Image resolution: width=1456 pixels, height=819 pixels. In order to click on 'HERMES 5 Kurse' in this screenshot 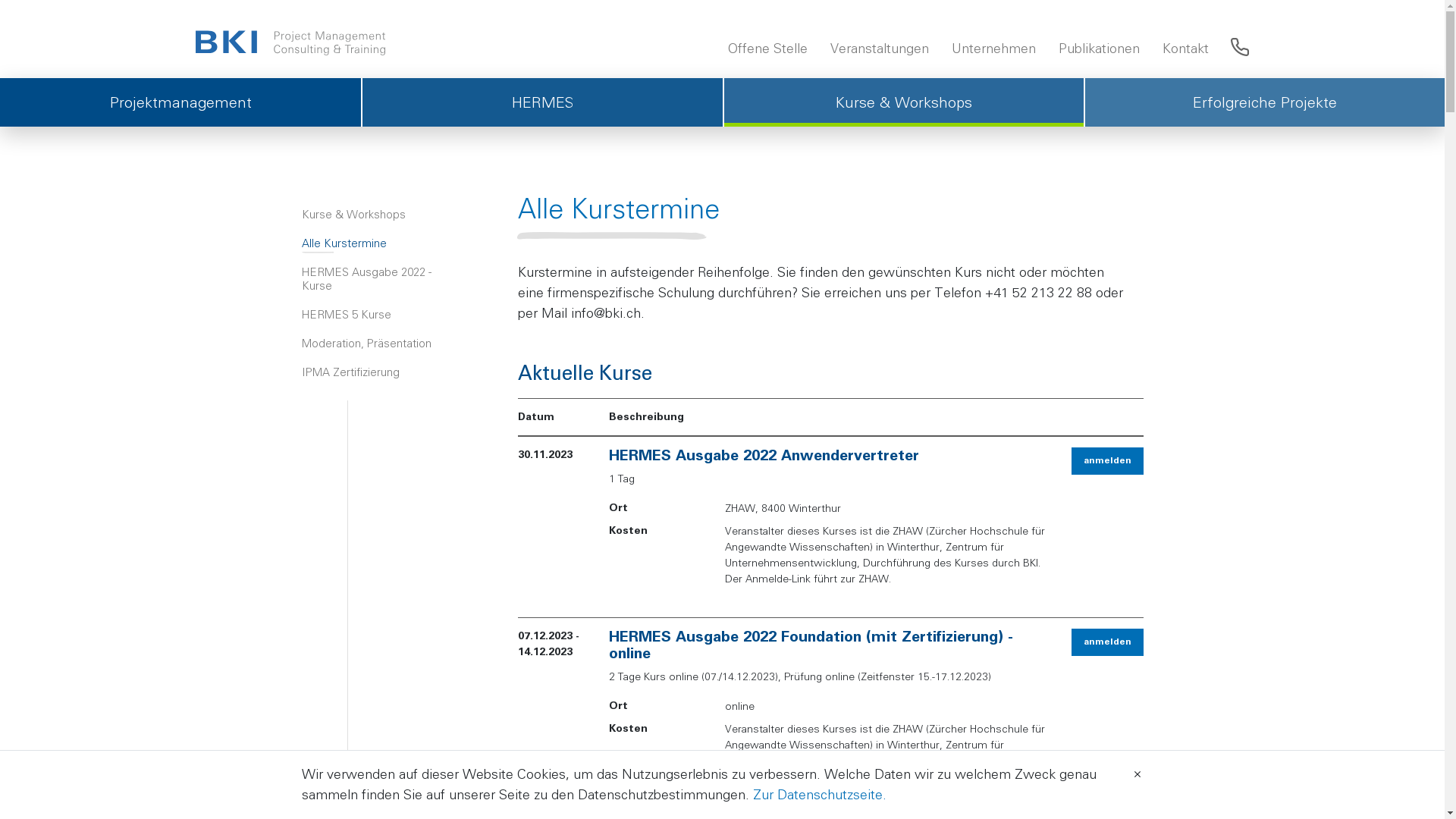, I will do `click(381, 314)`.